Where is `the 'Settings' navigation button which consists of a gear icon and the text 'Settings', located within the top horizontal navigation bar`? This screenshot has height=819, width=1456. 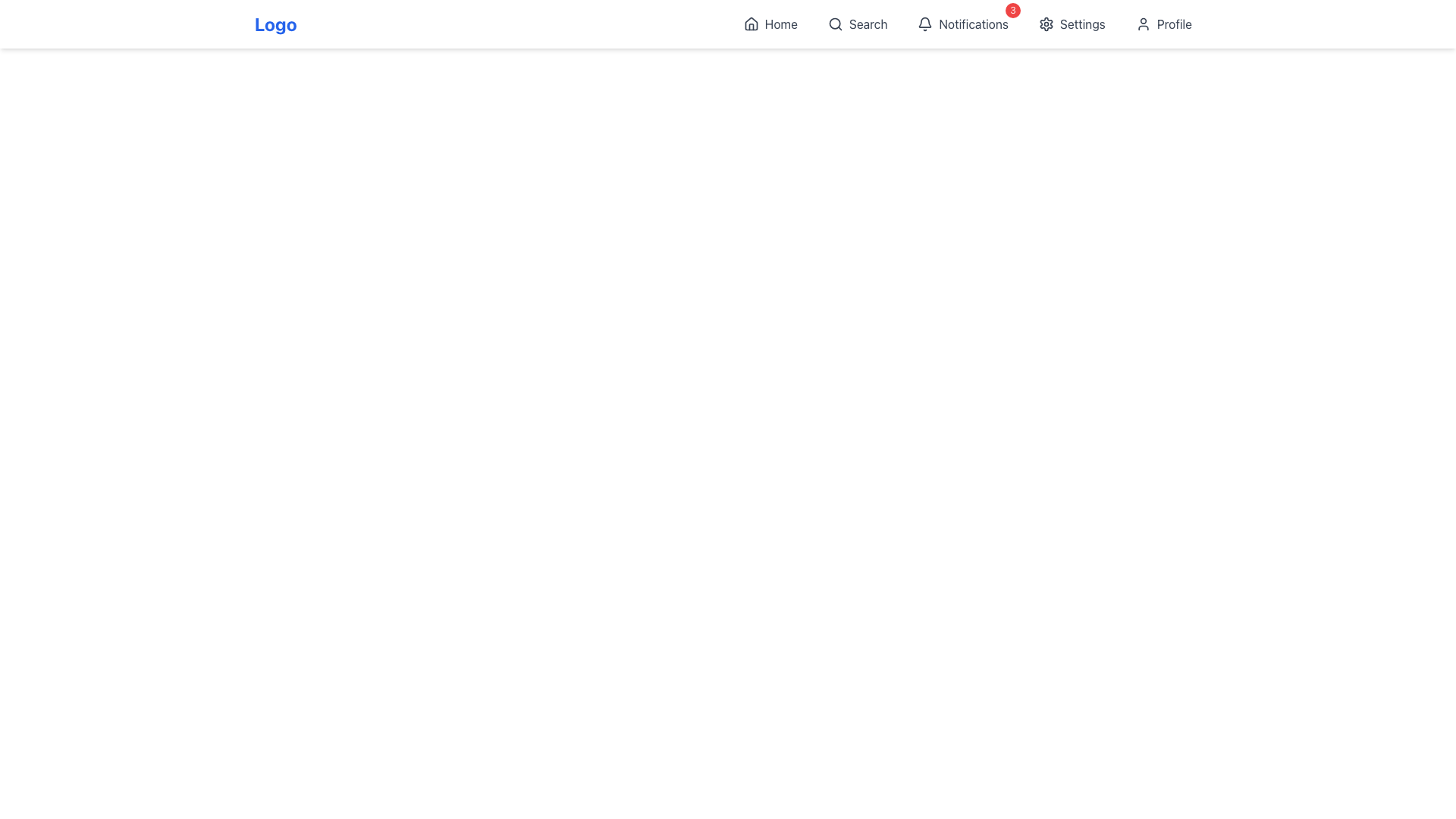
the 'Settings' navigation button which consists of a gear icon and the text 'Settings', located within the top horizontal navigation bar is located at coordinates (1071, 24).